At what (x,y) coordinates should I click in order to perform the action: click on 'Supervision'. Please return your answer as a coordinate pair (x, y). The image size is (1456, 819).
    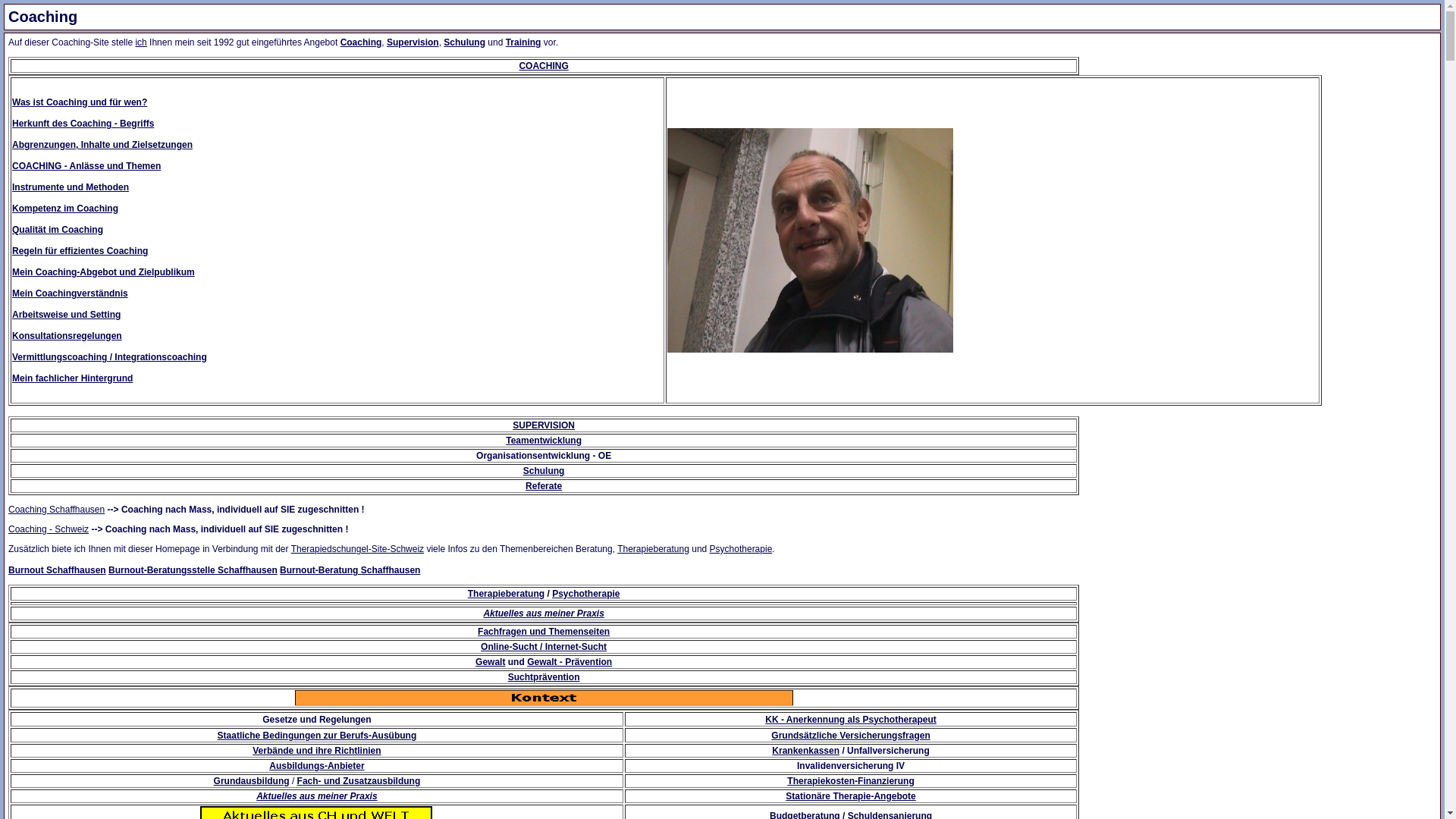
    Looking at the image, I should click on (386, 42).